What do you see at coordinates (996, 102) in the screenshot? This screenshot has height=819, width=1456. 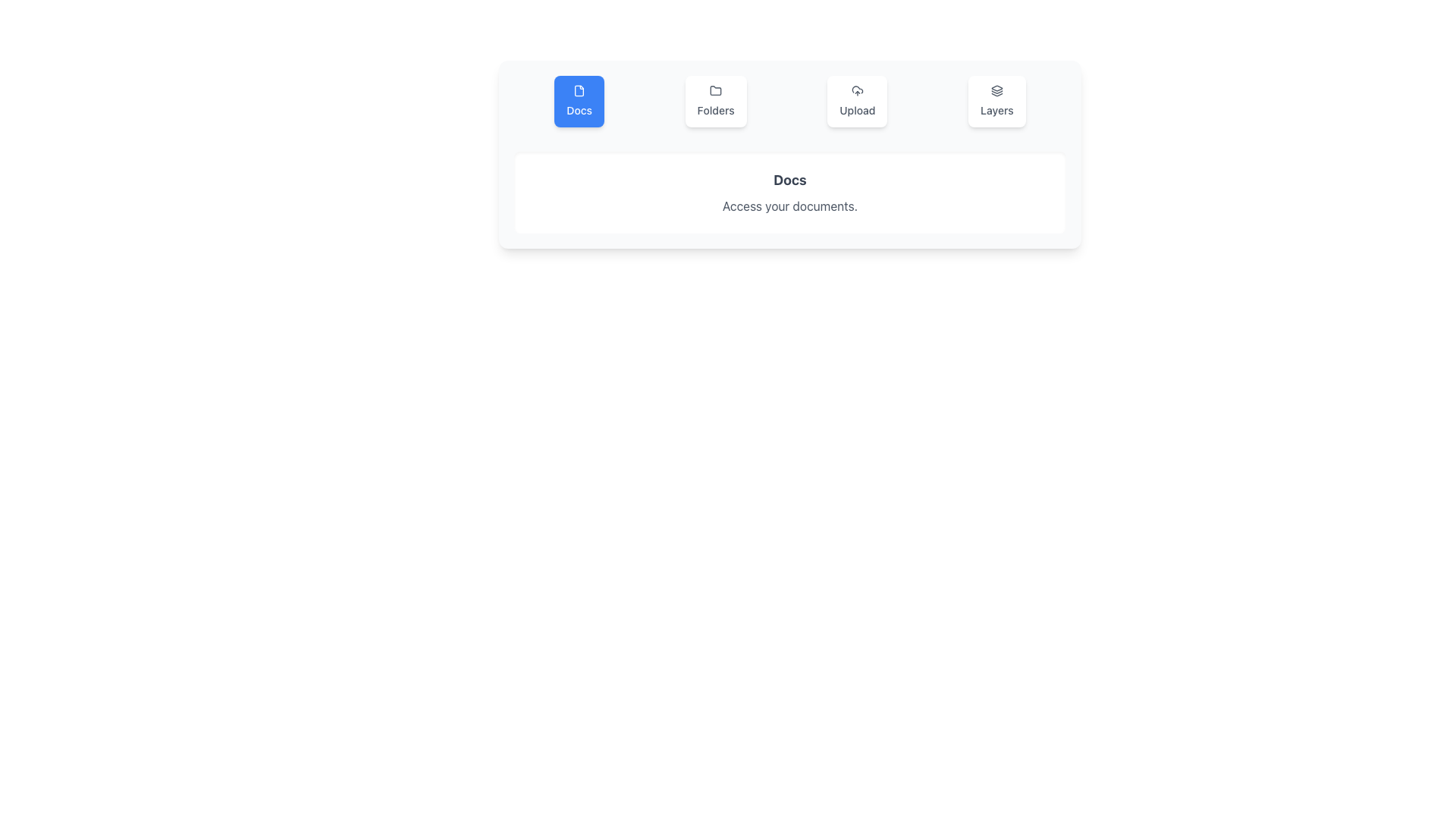 I see `the 'Layers' button located in the top-right part of a horizontally aligned button group` at bounding box center [996, 102].